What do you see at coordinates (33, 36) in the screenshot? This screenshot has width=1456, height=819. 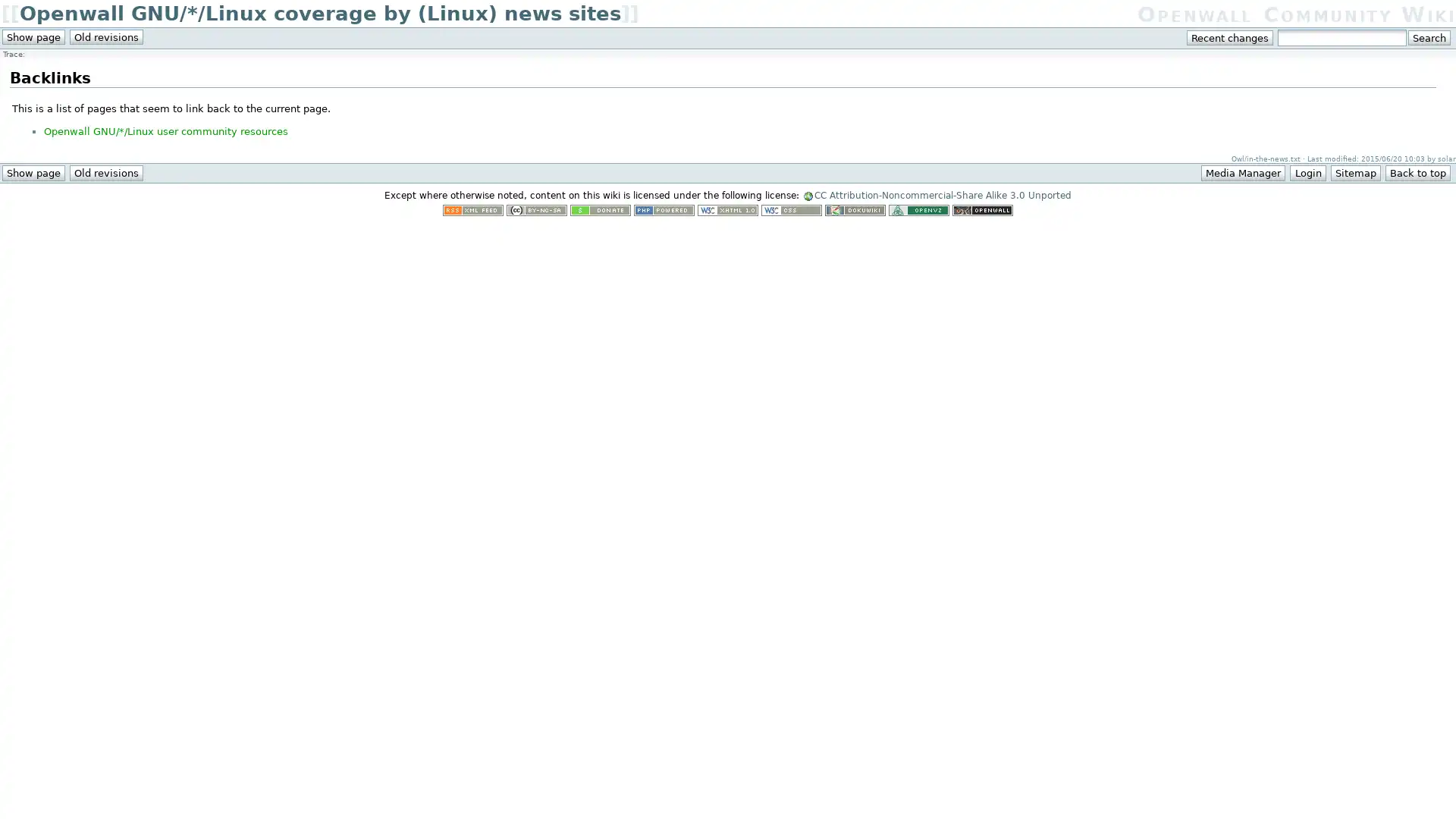 I see `Show page` at bounding box center [33, 36].